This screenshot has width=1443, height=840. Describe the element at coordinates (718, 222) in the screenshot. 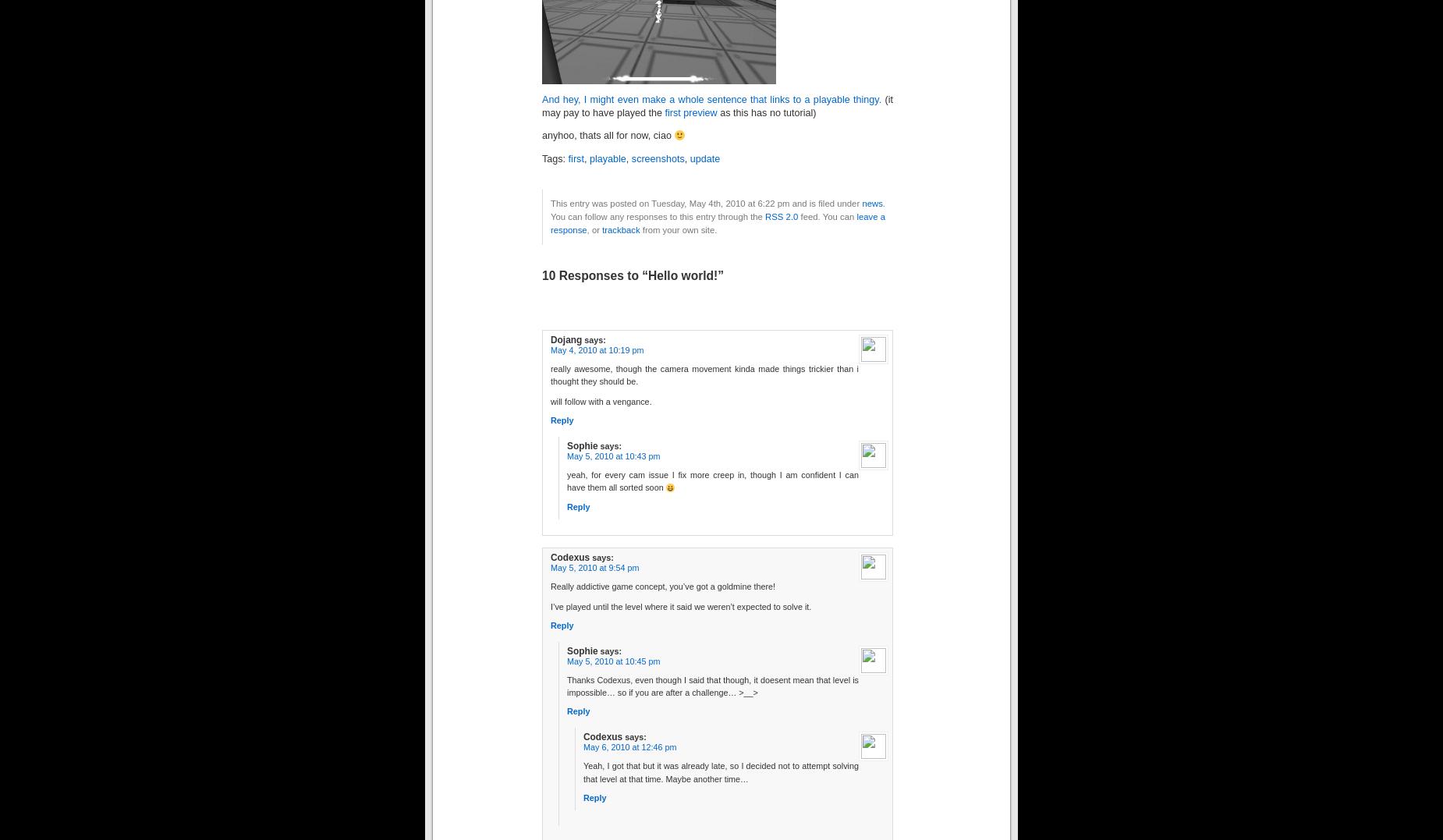

I see `'leave a response'` at that location.